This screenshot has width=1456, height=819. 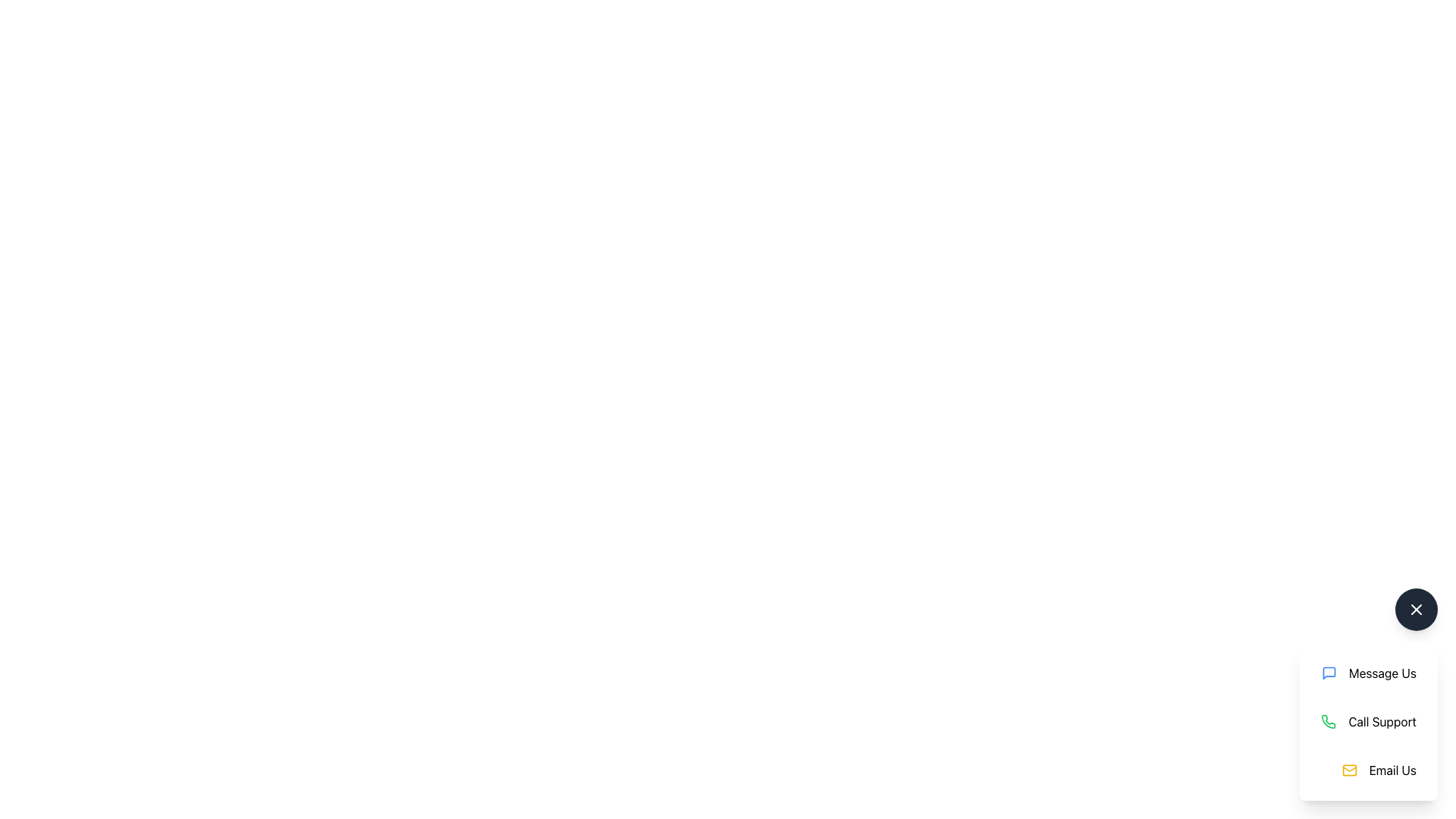 What do you see at coordinates (1369, 672) in the screenshot?
I see `the 'Message Us' button, which is the first option in a vertical list on the lower right corner of the interface` at bounding box center [1369, 672].